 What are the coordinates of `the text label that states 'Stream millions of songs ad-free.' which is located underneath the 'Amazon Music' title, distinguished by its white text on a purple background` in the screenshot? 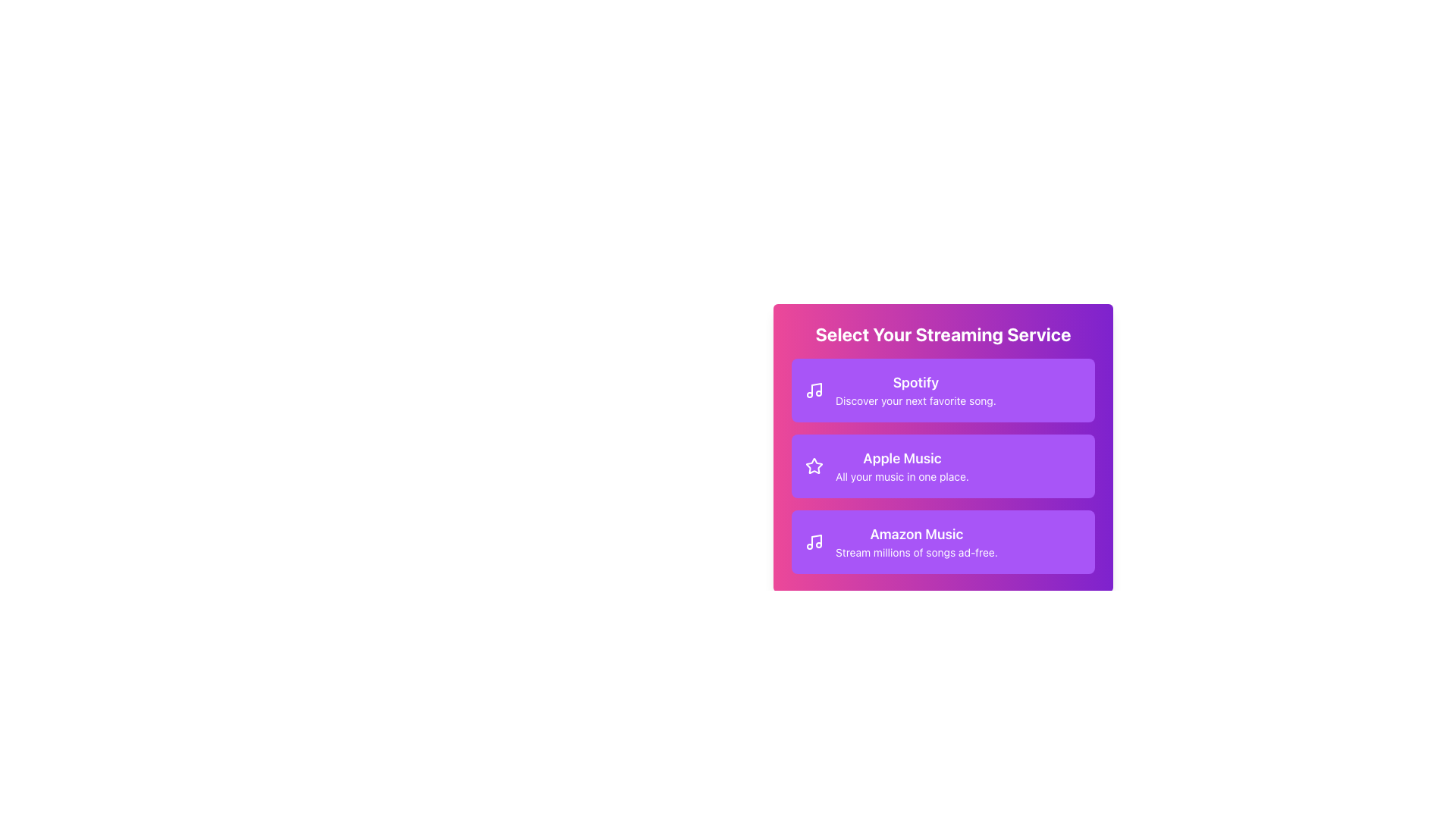 It's located at (915, 553).